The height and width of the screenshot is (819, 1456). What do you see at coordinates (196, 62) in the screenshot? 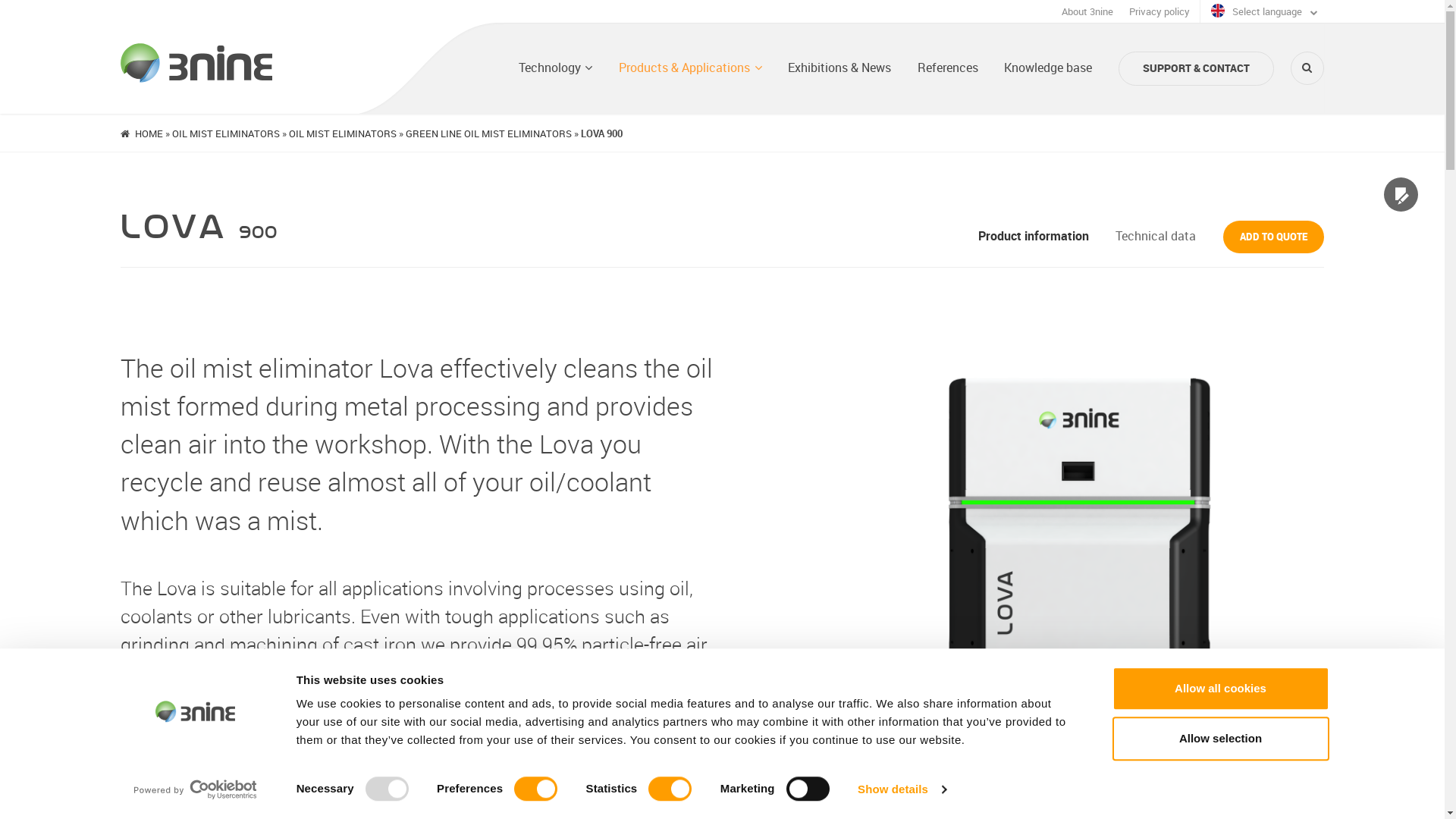
I see `'3nine'` at bounding box center [196, 62].